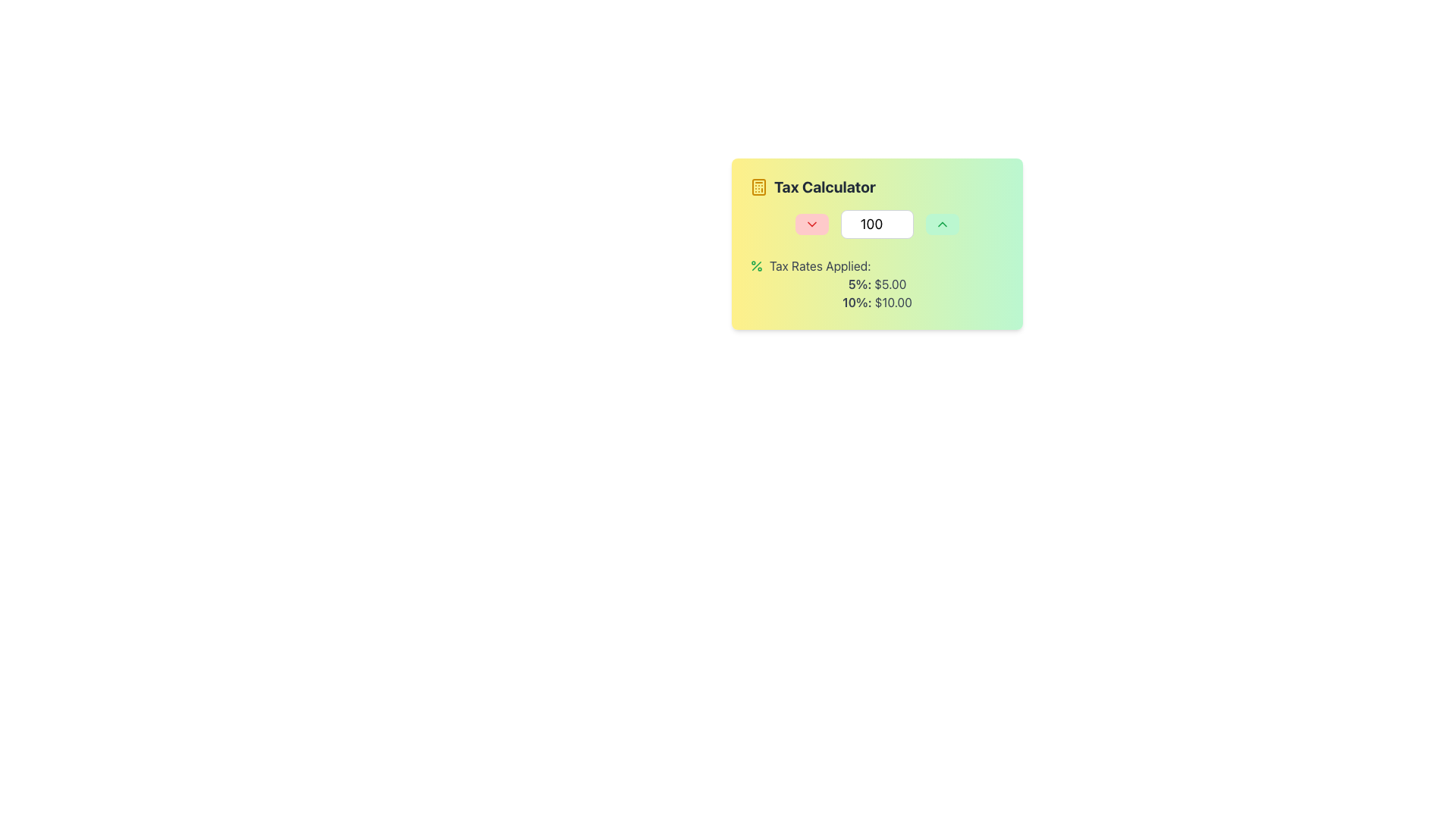 This screenshot has width=1456, height=819. Describe the element at coordinates (858, 302) in the screenshot. I see `the text label that denotes a tax rate of 10% in the tax calculation UI, which is part of the line '10%: $10.00' under the 'Tax Rates Applied' section` at that location.